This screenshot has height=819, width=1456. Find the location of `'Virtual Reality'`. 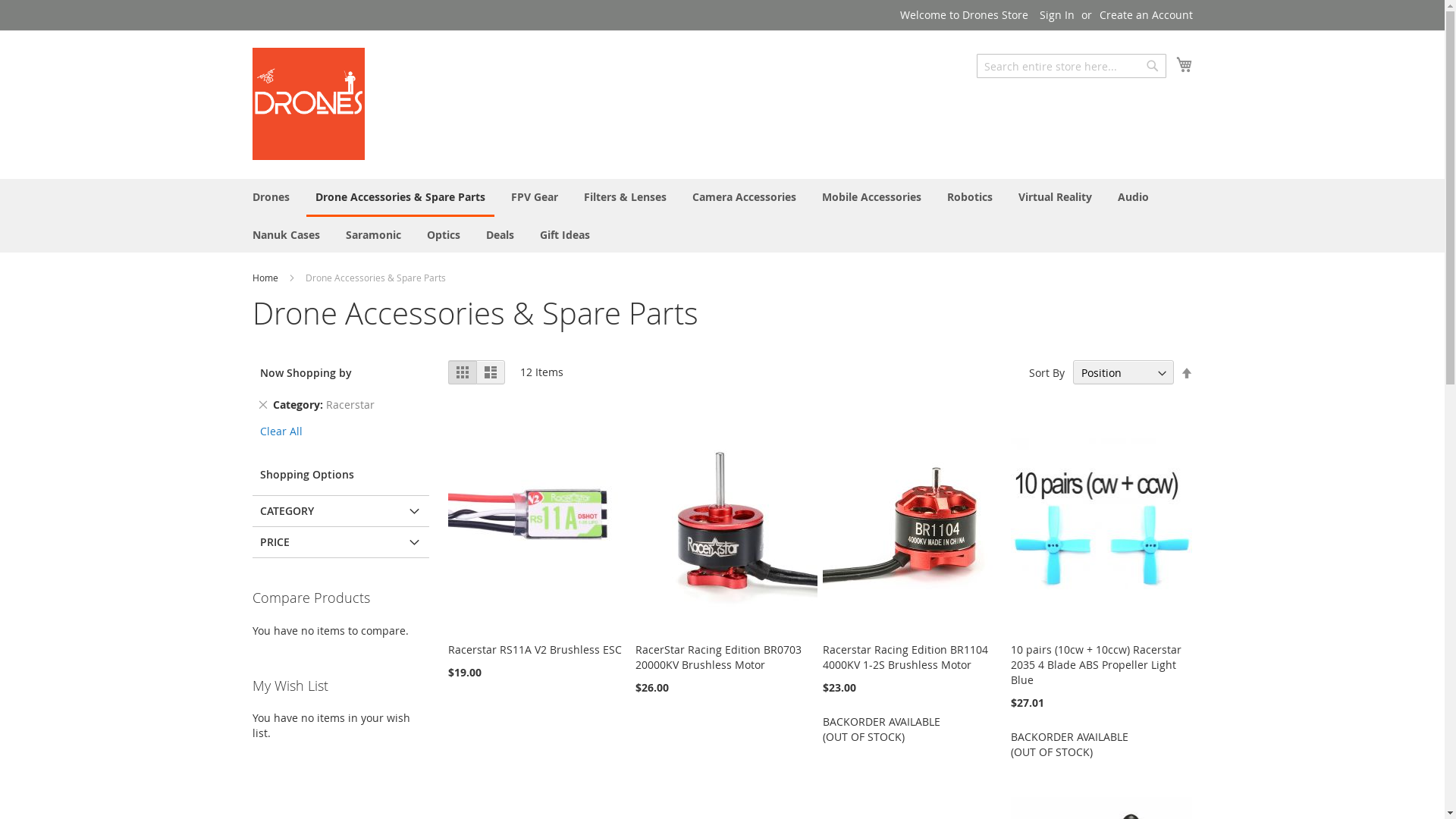

'Virtual Reality' is located at coordinates (1053, 196).